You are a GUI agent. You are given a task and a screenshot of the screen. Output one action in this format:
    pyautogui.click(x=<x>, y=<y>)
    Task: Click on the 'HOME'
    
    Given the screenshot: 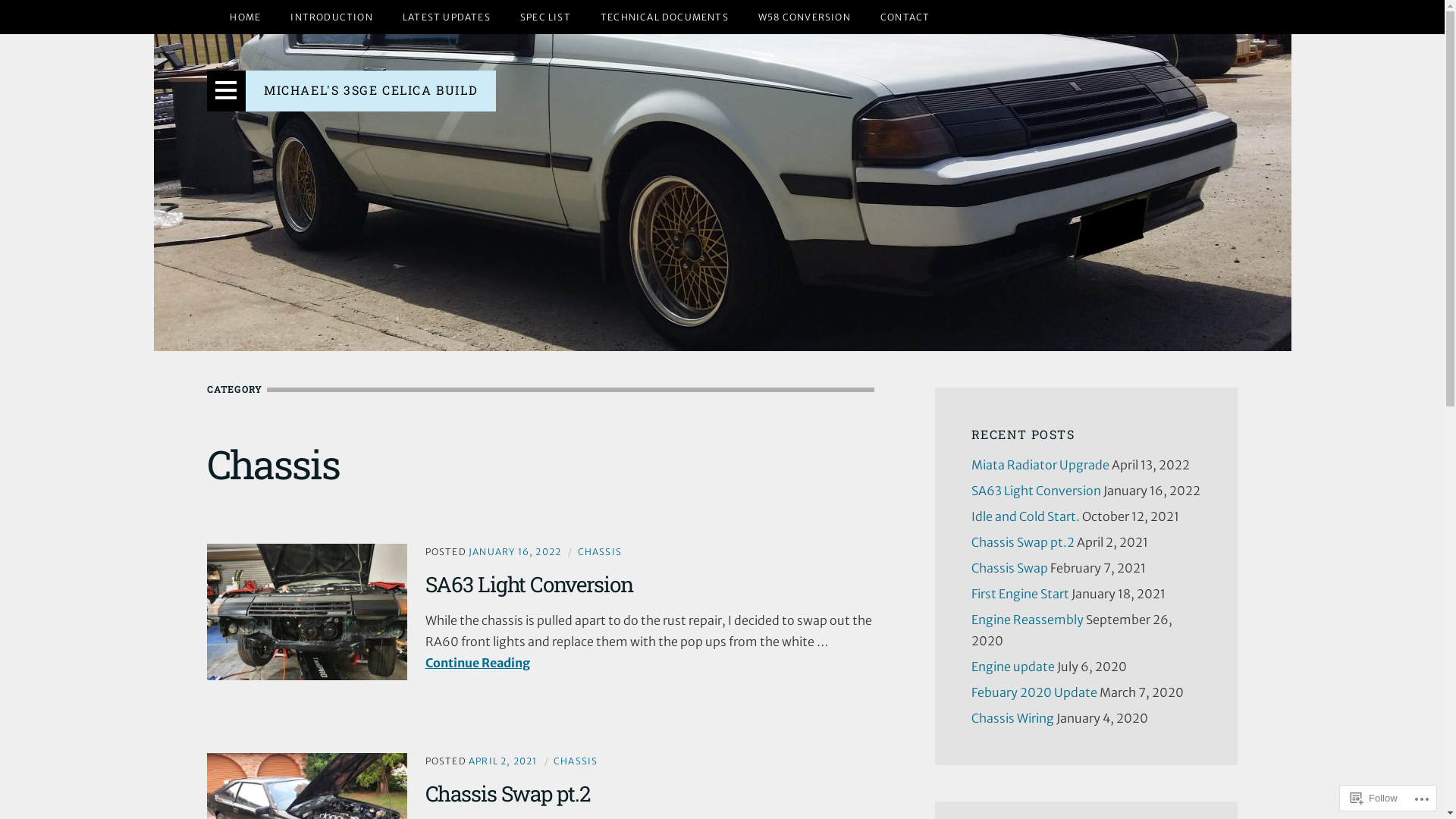 What is the action you would take?
    pyautogui.click(x=245, y=17)
    